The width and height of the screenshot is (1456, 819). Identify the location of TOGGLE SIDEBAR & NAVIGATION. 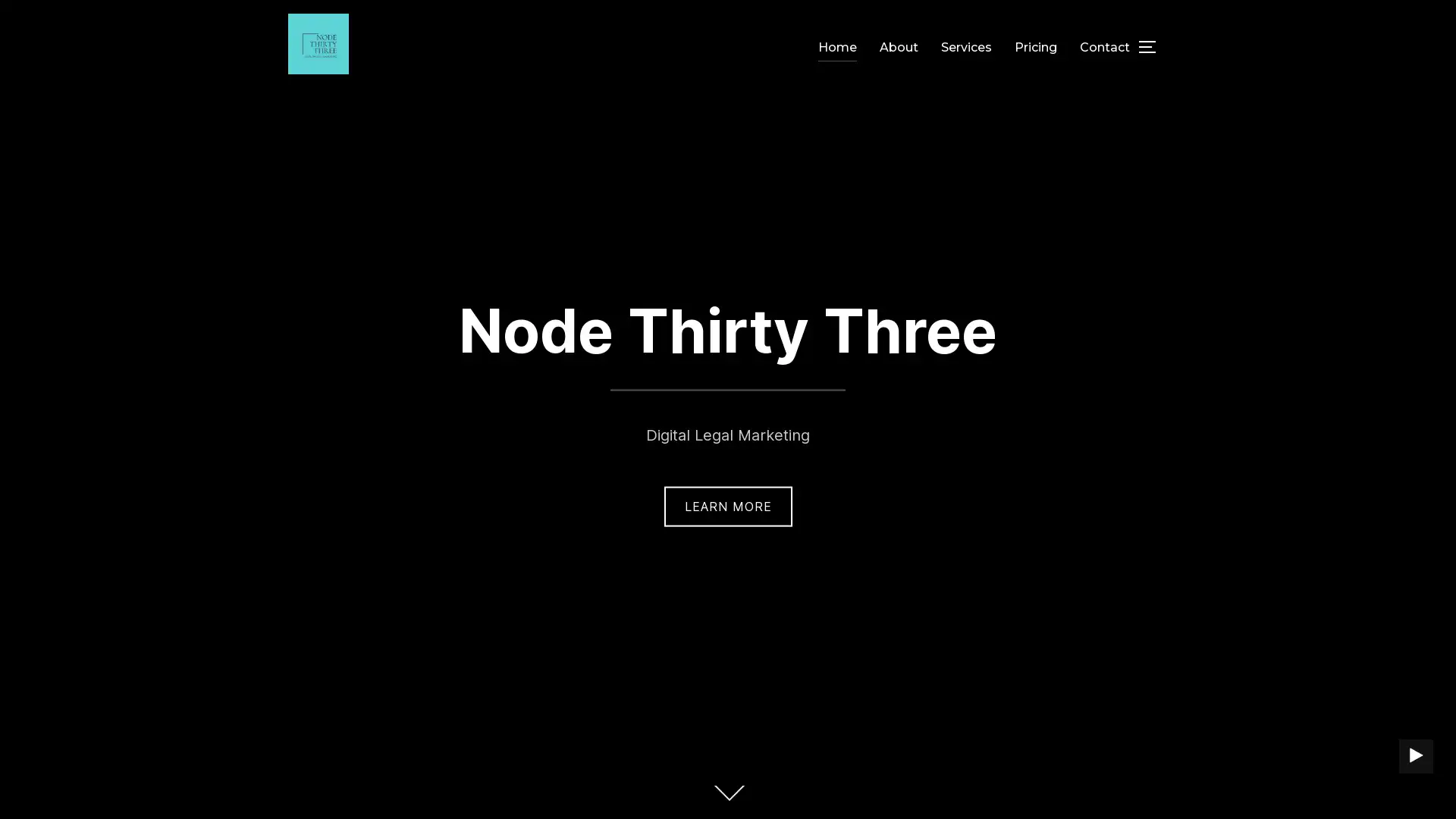
(1153, 45).